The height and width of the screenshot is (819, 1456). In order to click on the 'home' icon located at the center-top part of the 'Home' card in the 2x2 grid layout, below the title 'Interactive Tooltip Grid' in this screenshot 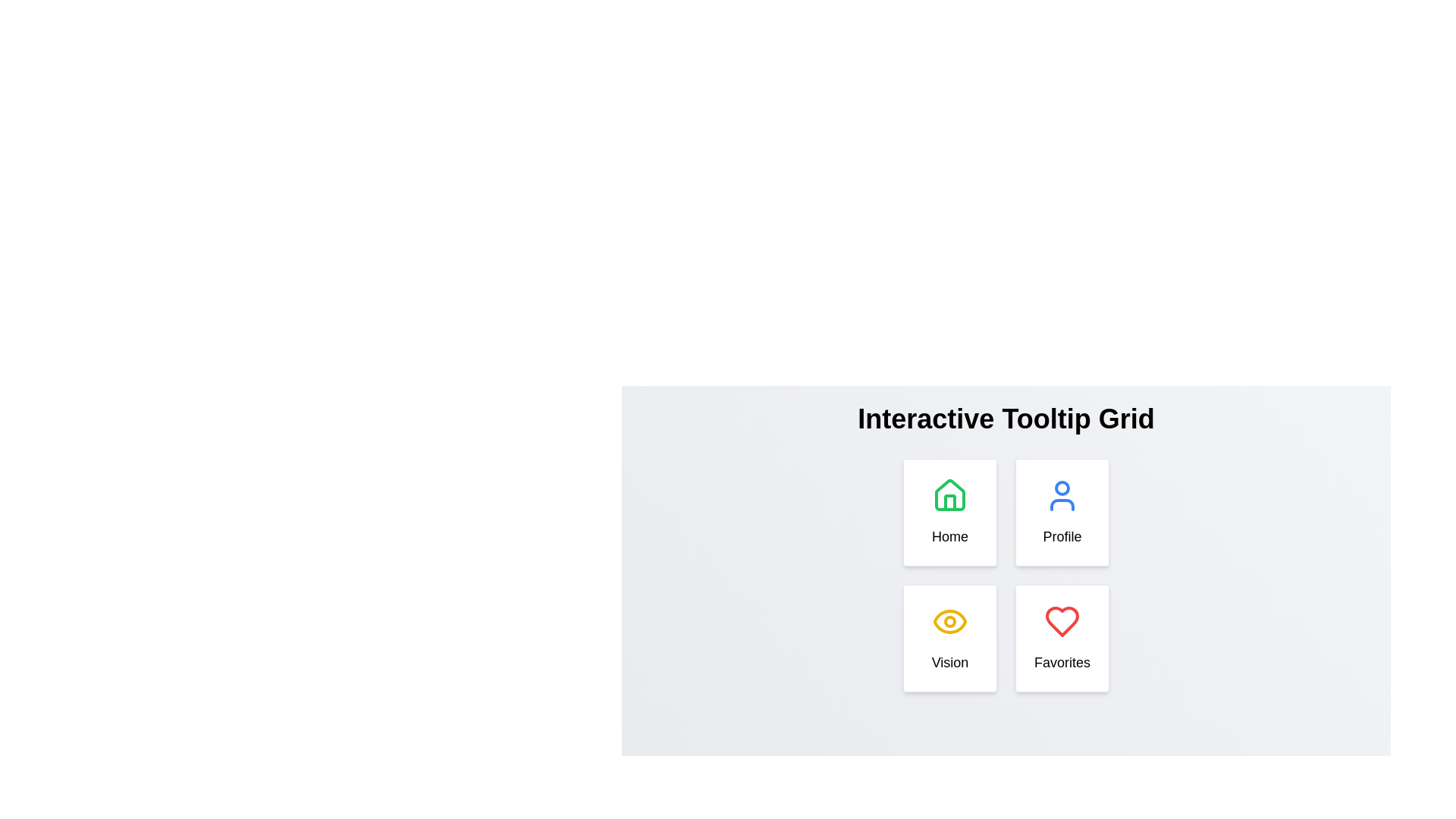, I will do `click(949, 496)`.